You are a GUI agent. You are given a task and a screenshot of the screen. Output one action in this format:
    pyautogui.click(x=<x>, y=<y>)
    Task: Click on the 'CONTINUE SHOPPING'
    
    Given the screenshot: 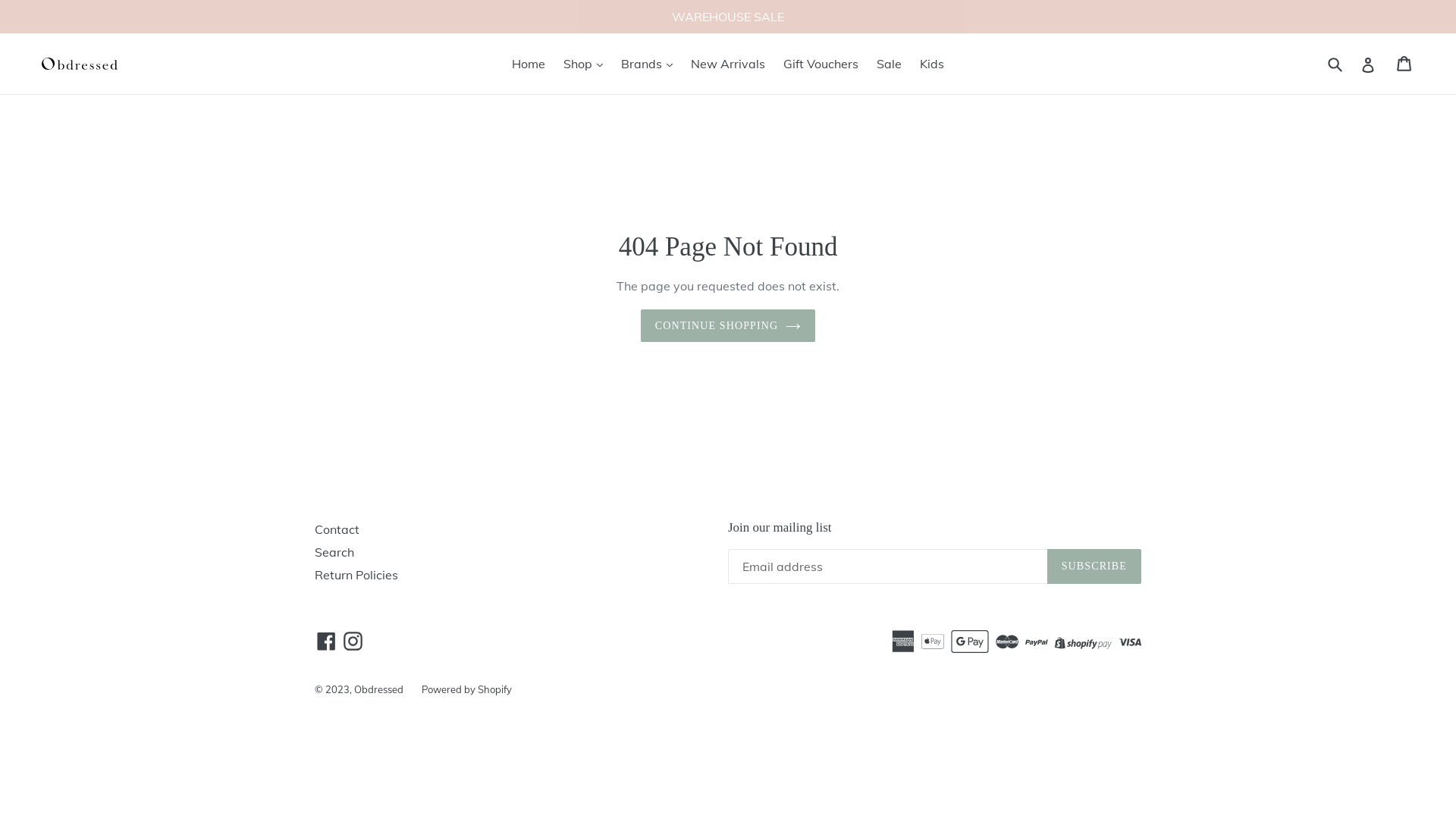 What is the action you would take?
    pyautogui.click(x=728, y=325)
    